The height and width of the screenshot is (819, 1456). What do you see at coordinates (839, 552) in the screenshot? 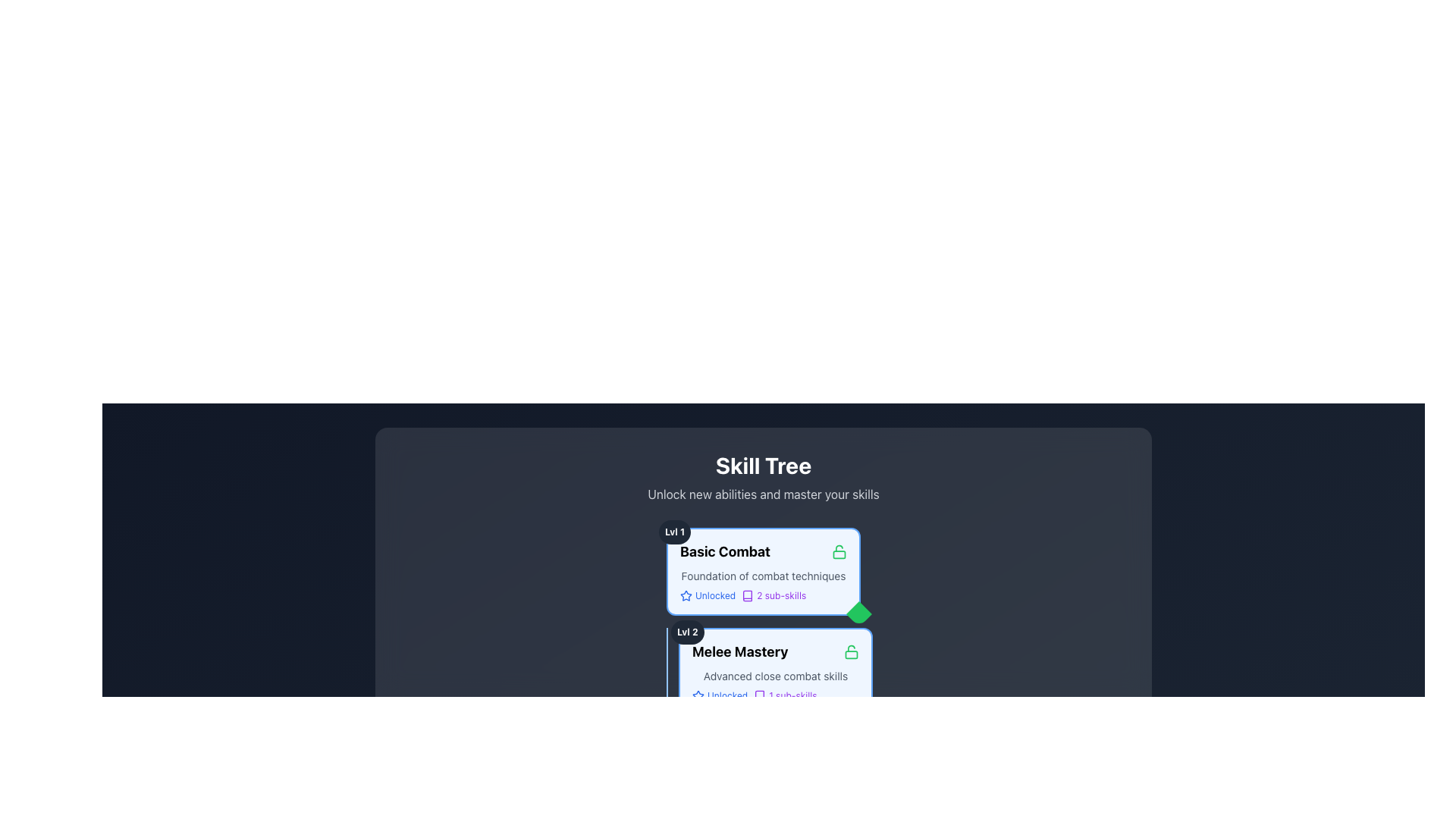
I see `the green open padlock icon located to the right of the 'Basic Combat' label in the Skill Tree interface` at bounding box center [839, 552].